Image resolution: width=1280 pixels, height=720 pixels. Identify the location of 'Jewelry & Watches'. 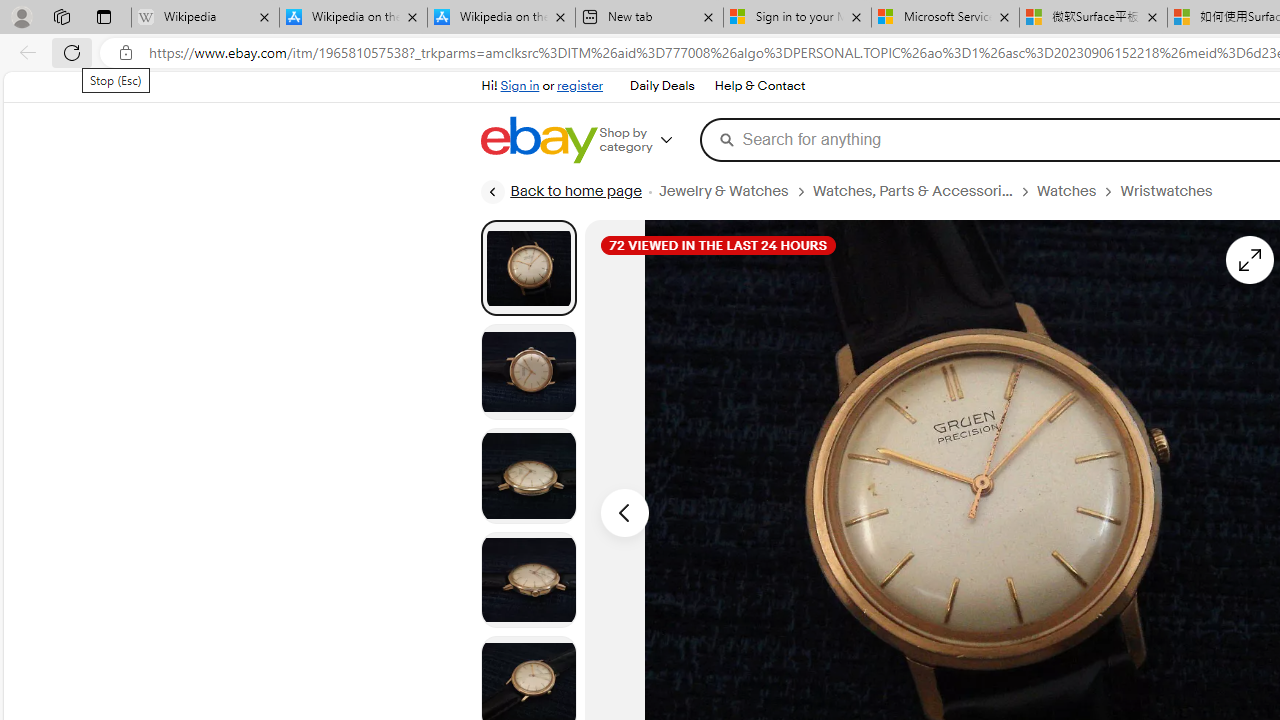
(734, 191).